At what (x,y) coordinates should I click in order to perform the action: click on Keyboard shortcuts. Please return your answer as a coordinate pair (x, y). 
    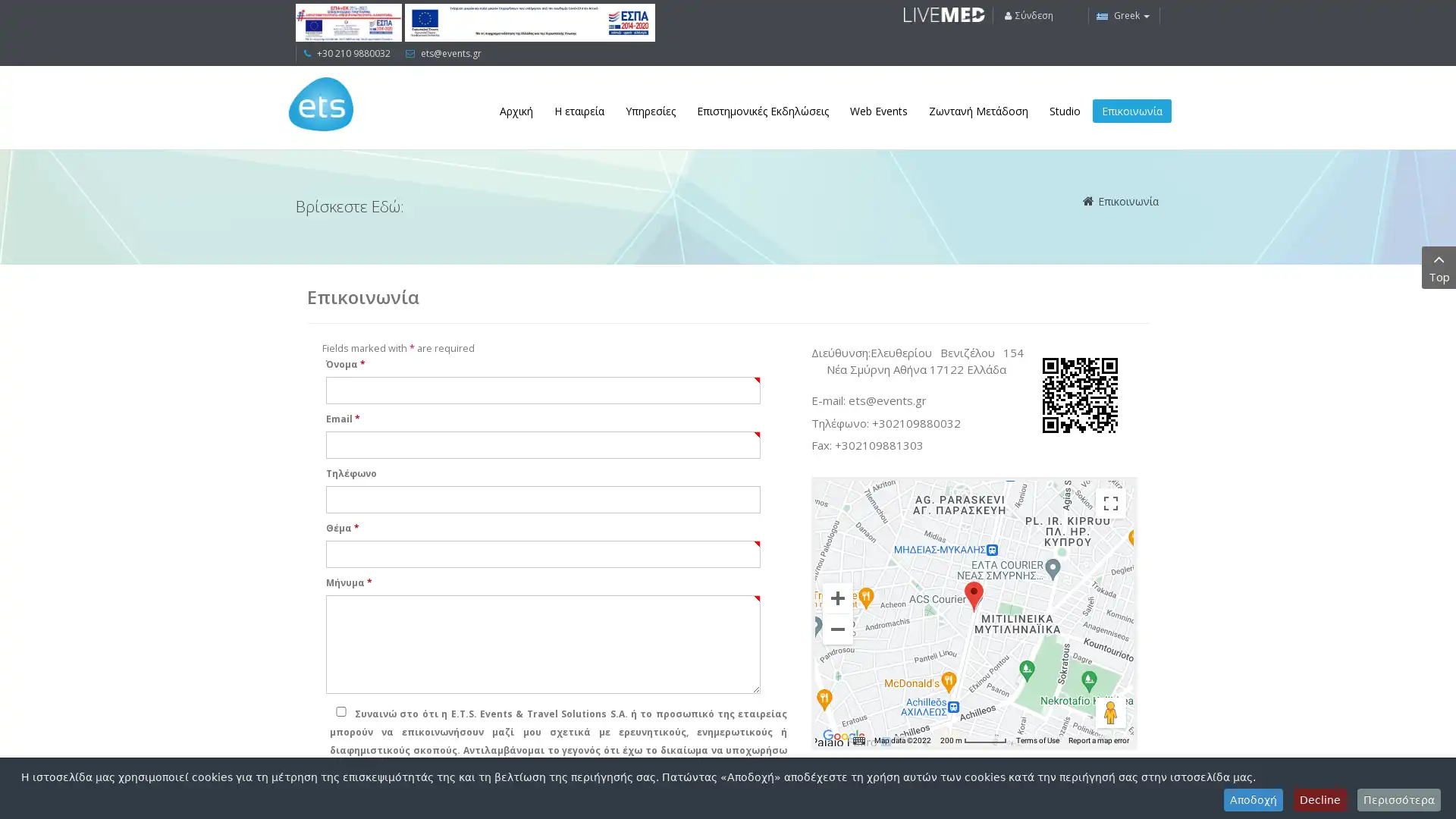
    Looking at the image, I should click on (858, 739).